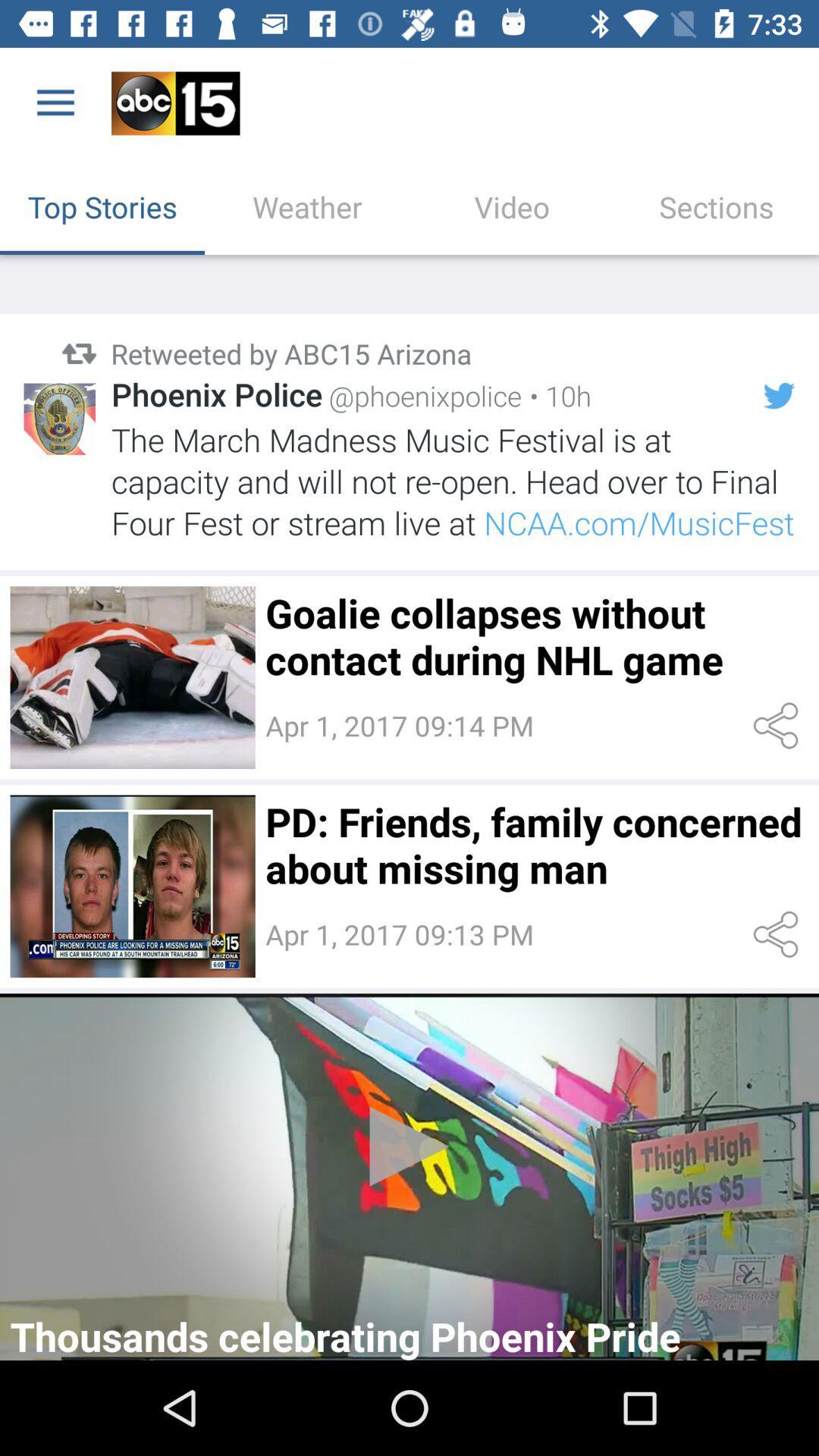 The width and height of the screenshot is (819, 1456). Describe the element at coordinates (409, 1176) in the screenshot. I see `a video` at that location.